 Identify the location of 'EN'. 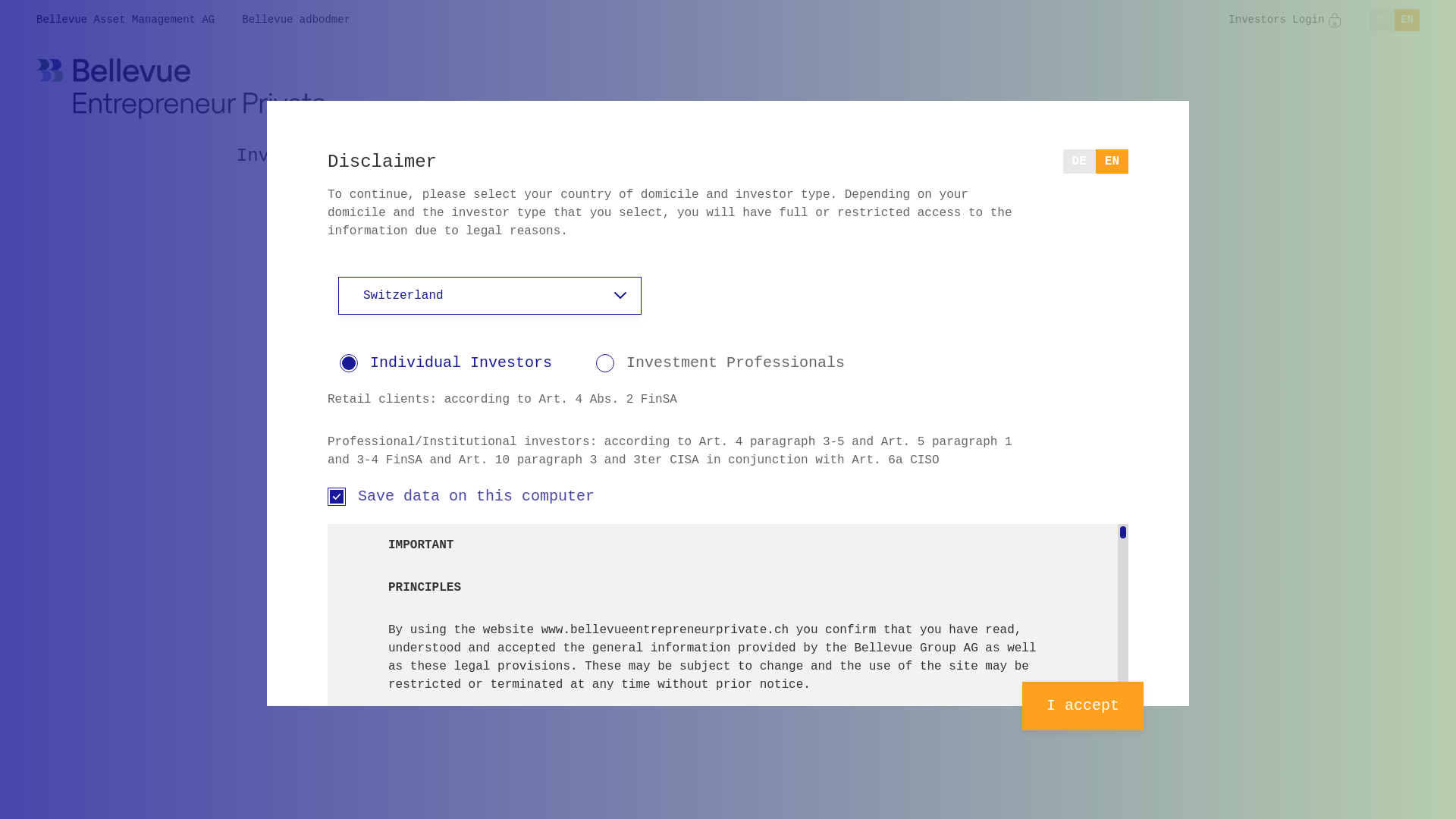
(1406, 20).